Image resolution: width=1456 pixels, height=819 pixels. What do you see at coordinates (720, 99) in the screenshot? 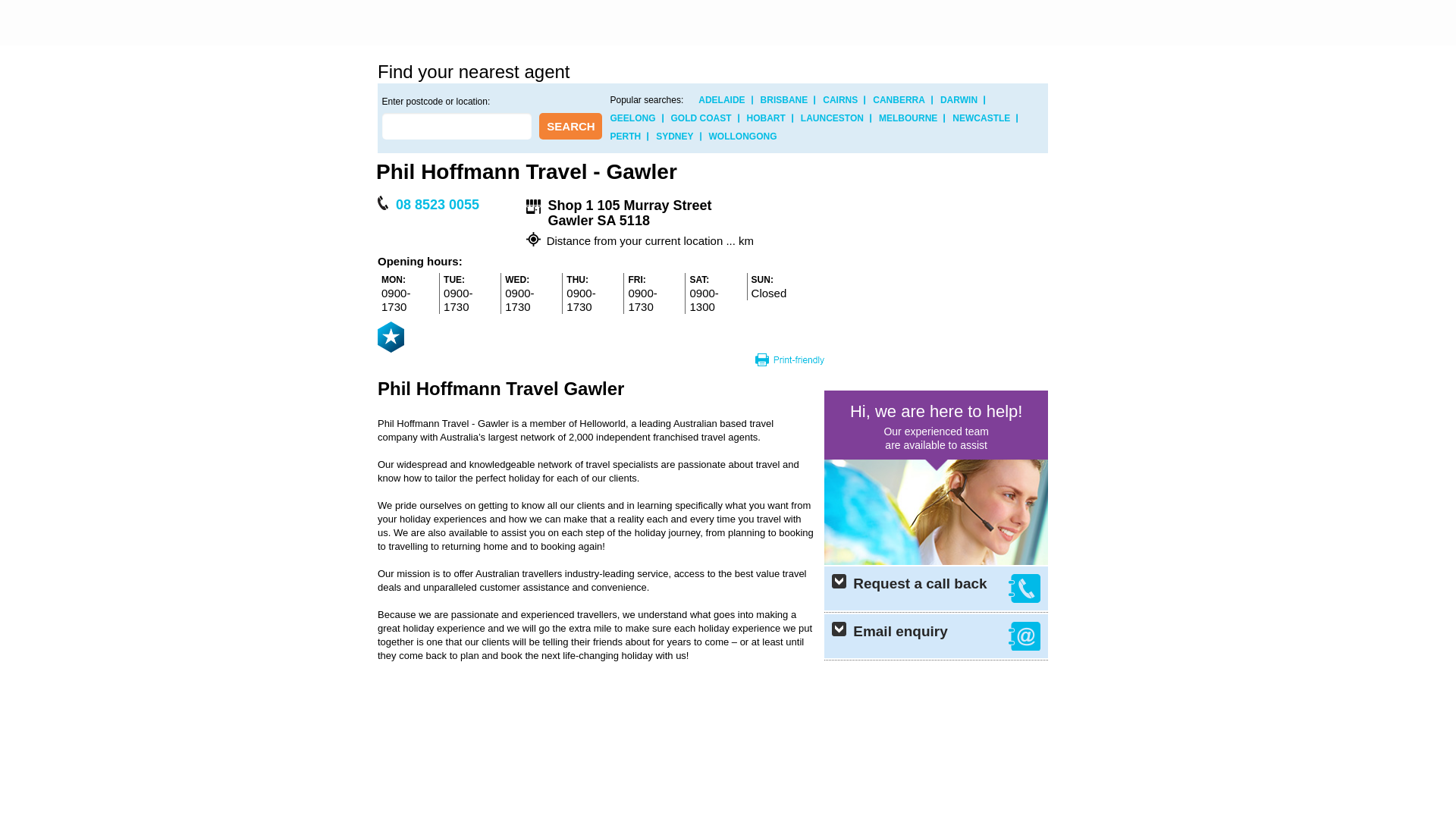
I see `'ADELAIDE'` at bounding box center [720, 99].